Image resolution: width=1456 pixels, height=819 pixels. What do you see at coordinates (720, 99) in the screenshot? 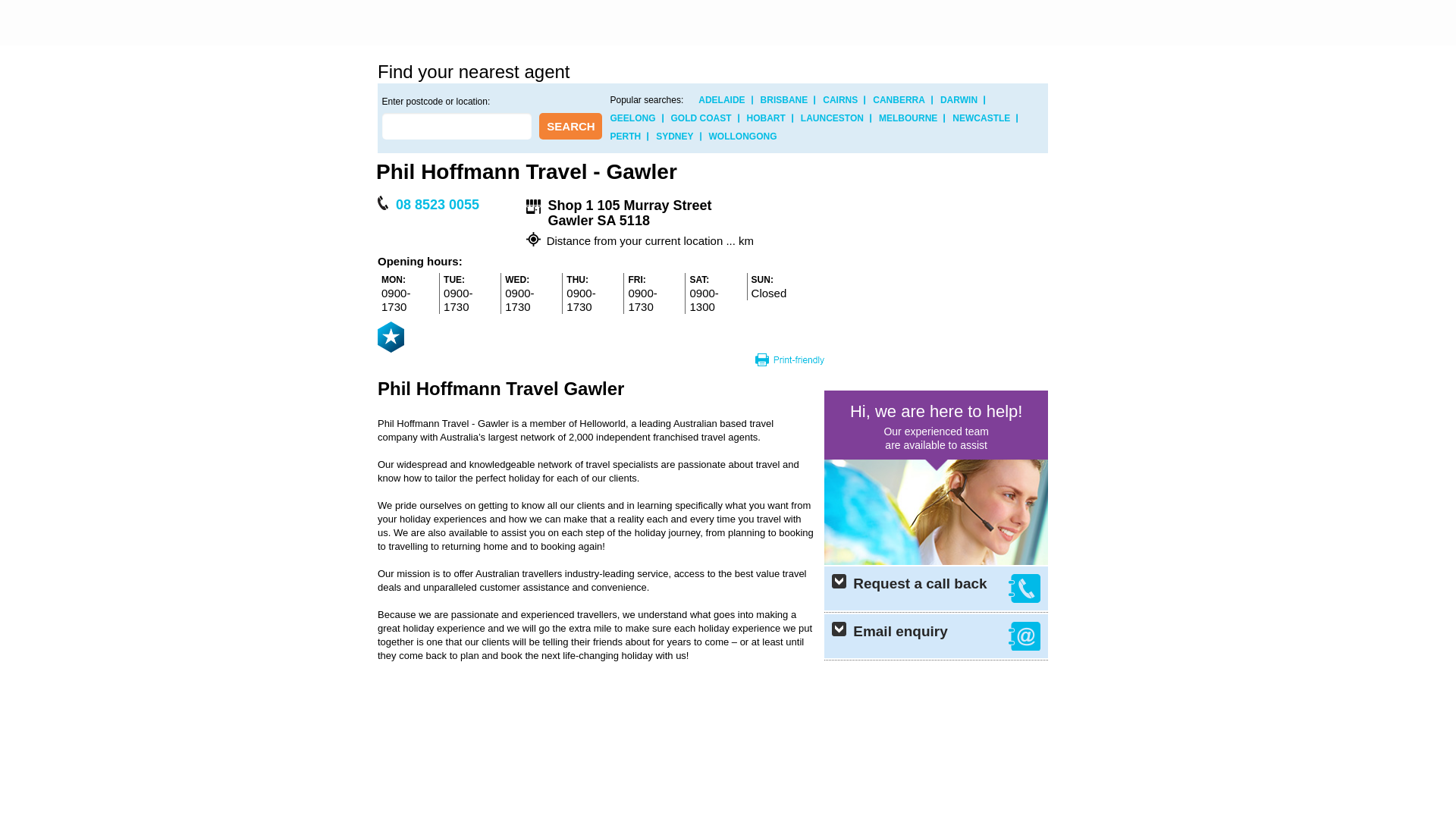
I see `'ADELAIDE'` at bounding box center [720, 99].